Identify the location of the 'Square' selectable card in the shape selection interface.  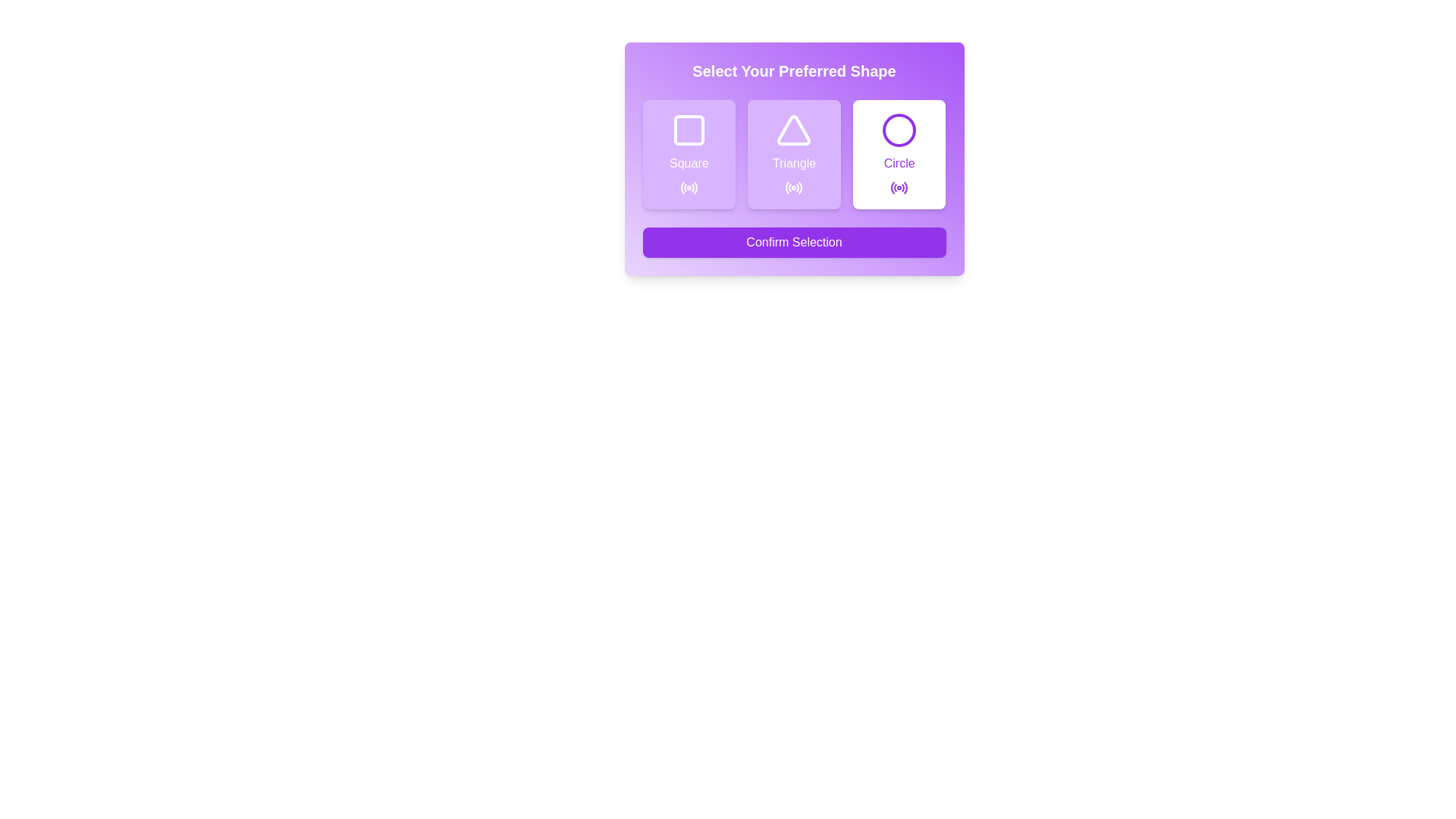
(688, 155).